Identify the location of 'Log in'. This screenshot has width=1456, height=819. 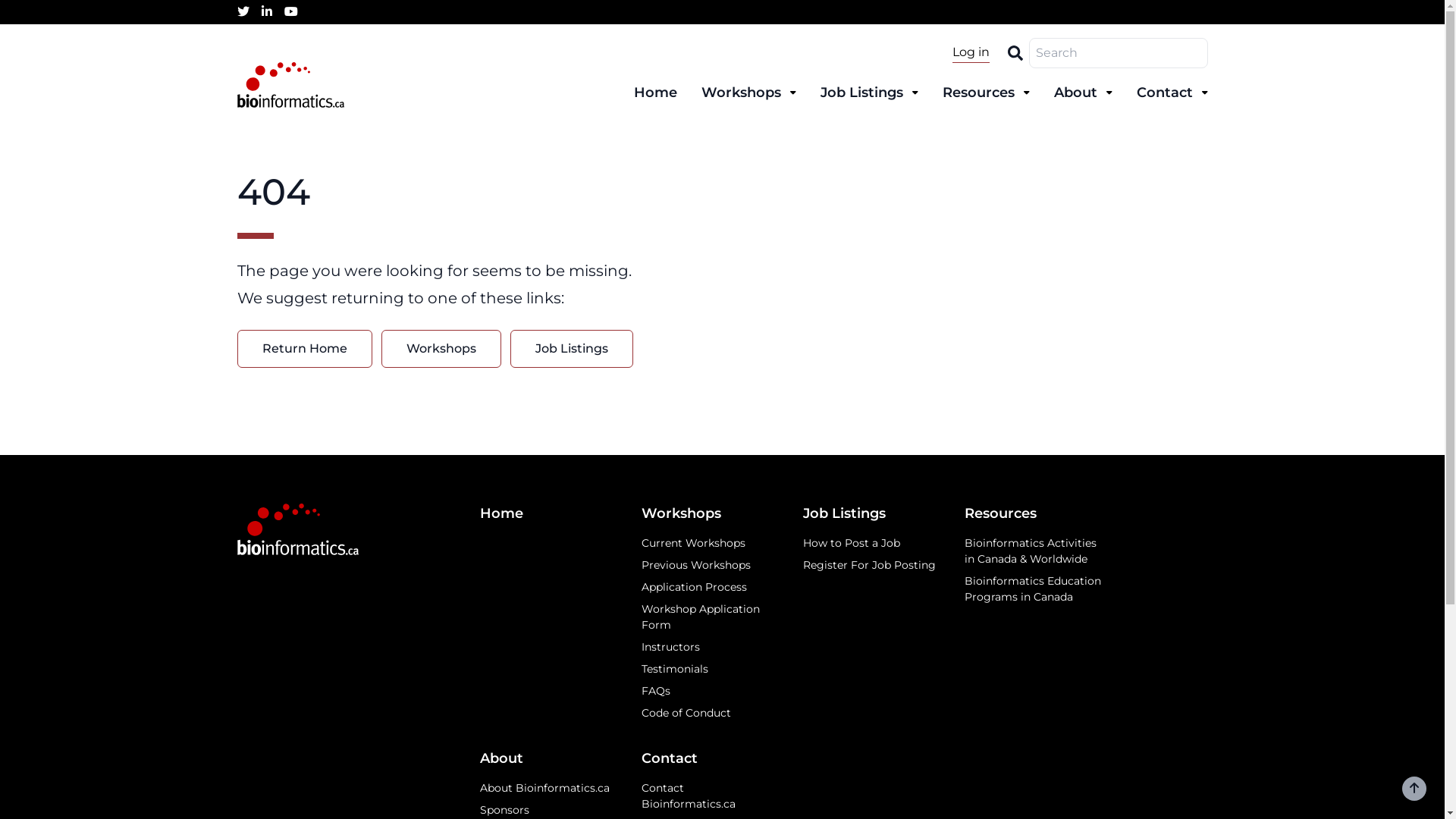
(971, 52).